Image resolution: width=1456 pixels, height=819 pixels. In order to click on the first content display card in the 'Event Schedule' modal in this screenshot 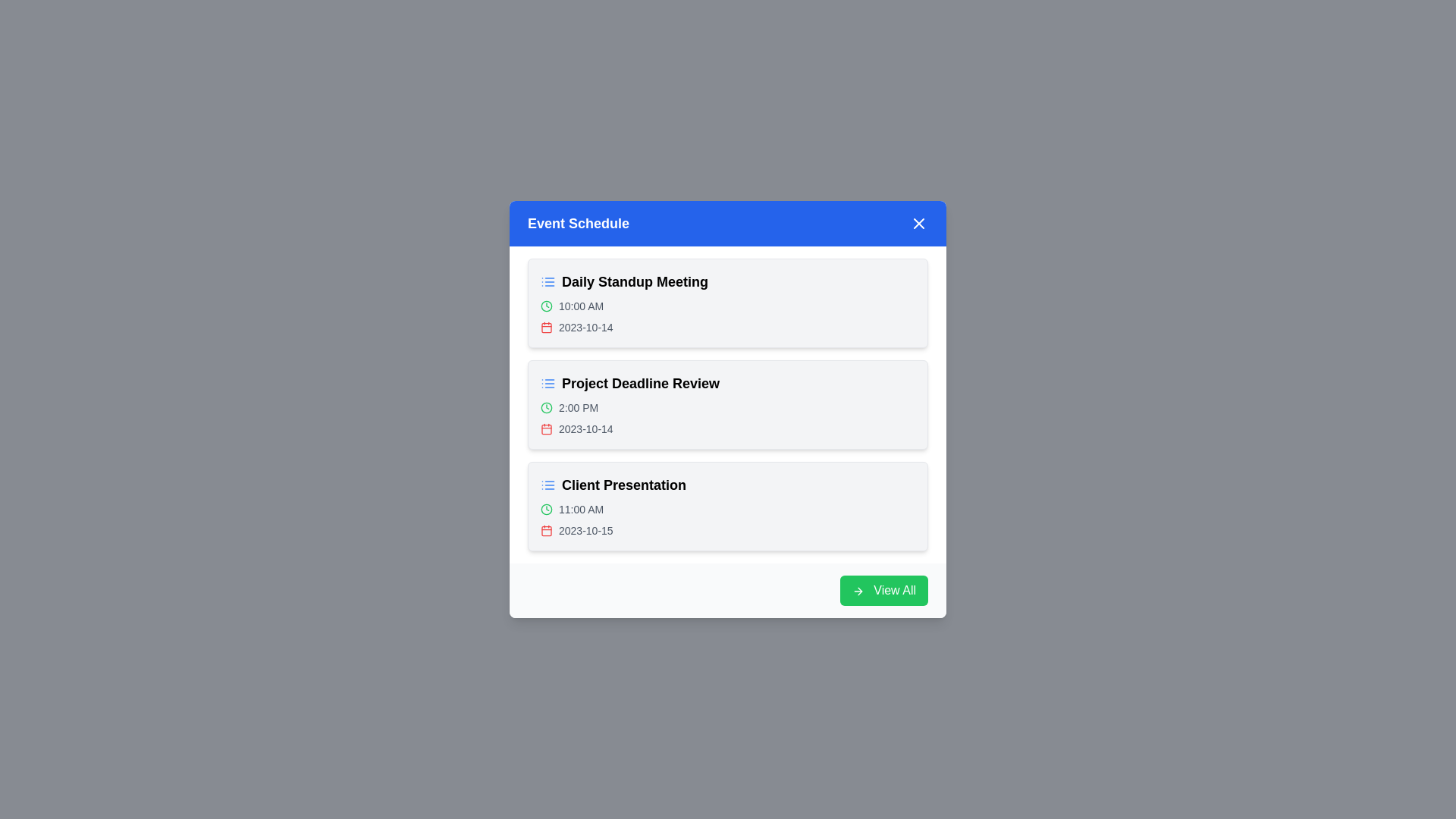, I will do `click(728, 303)`.